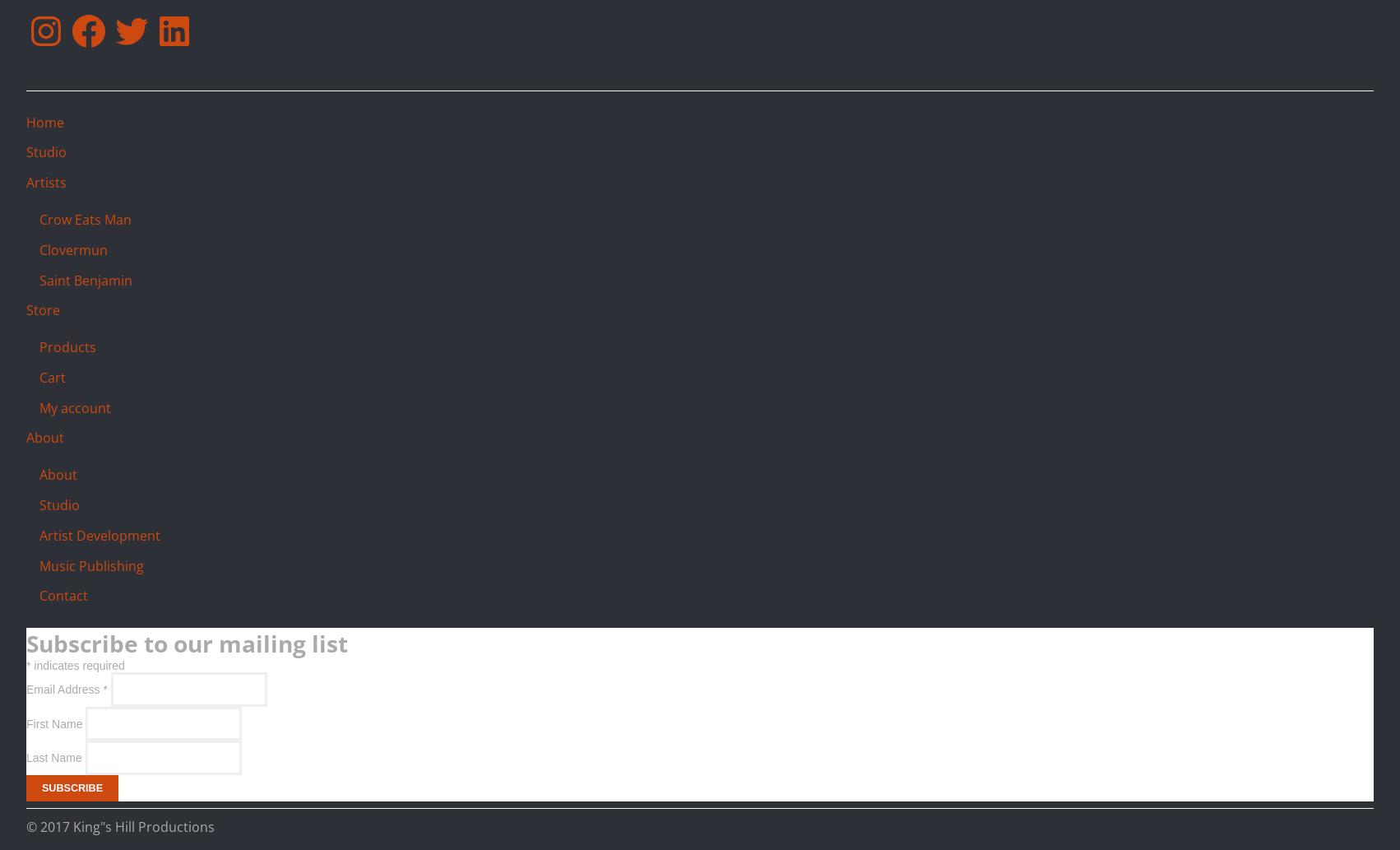  I want to click on 'Home', so click(44, 122).